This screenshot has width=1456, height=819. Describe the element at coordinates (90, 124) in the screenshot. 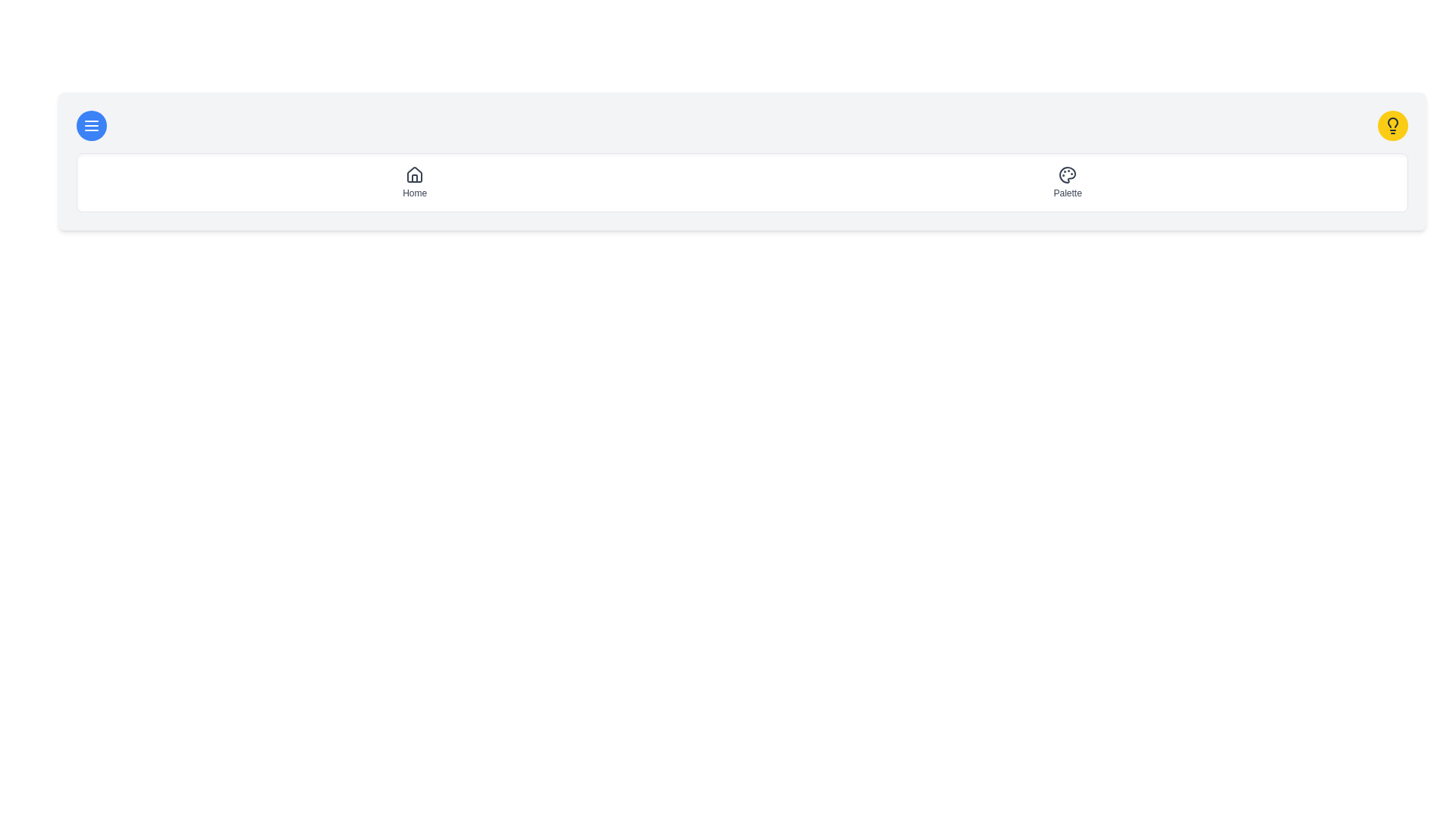

I see `the rounded blue button with a white hamburger menu icon located in the top-left corner of the navigation bar` at that location.